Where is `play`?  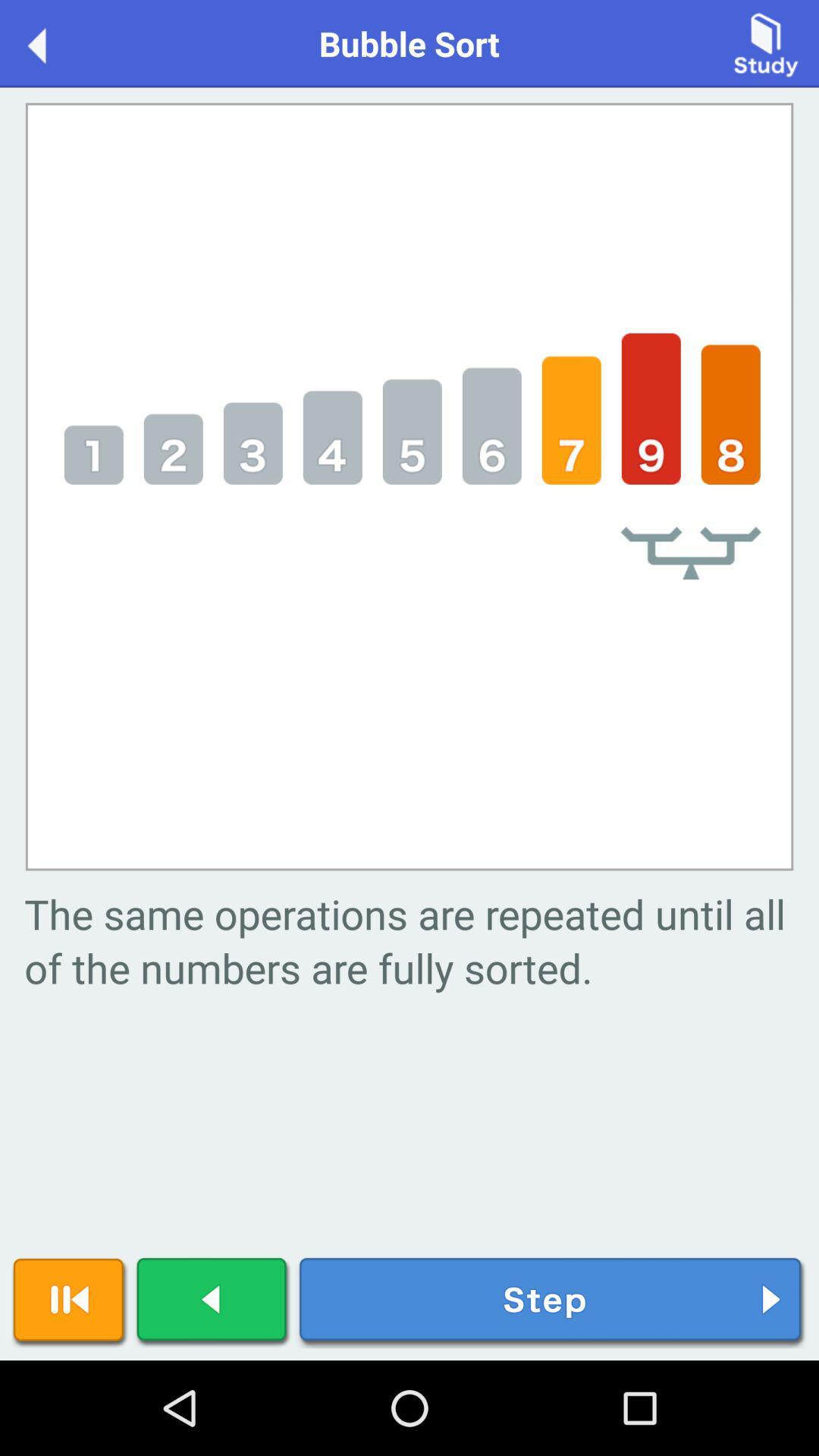 play is located at coordinates (213, 1301).